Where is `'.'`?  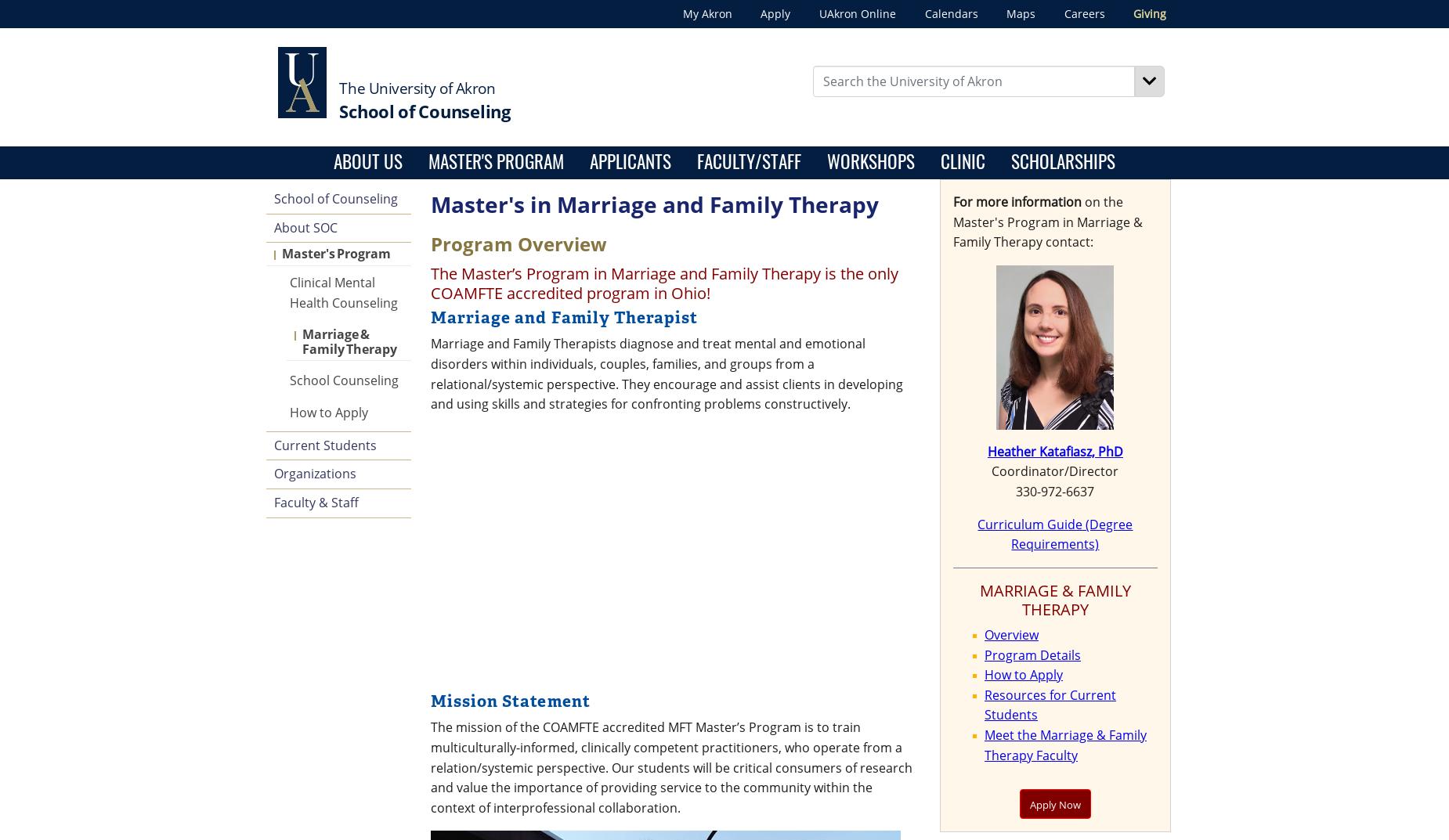 '.' is located at coordinates (862, 503).